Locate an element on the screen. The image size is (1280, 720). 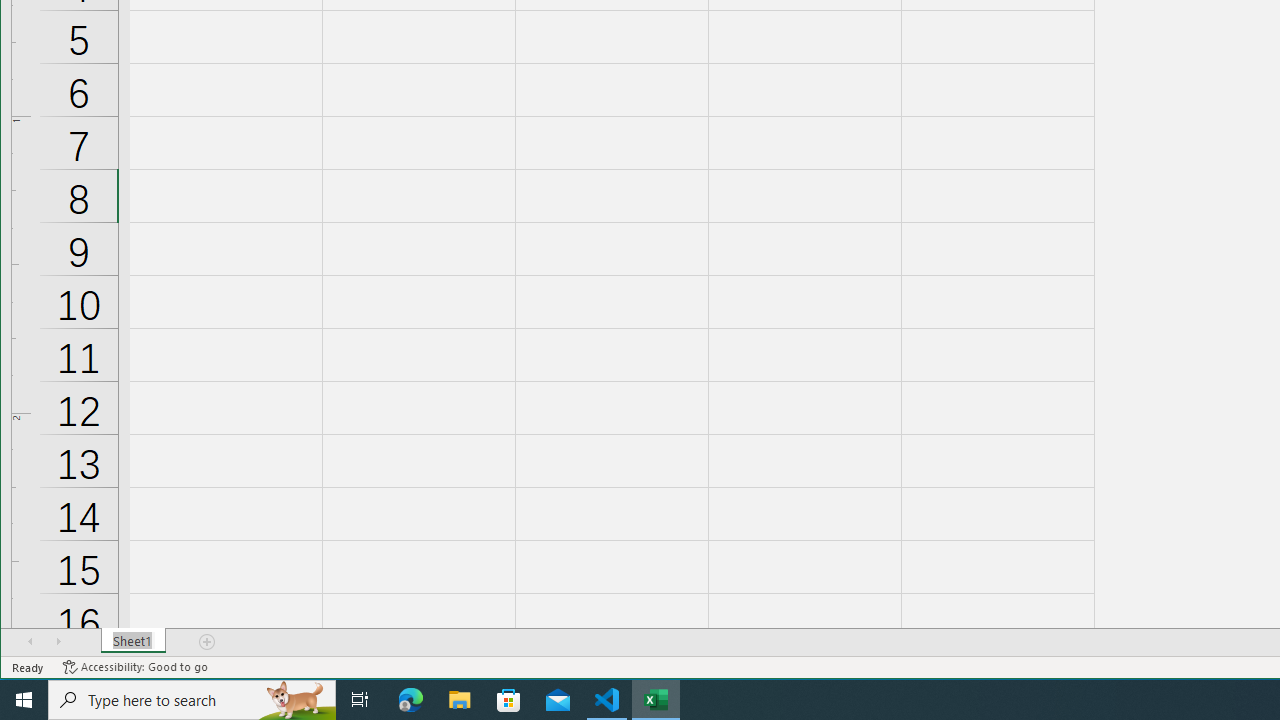
'Start' is located at coordinates (24, 698).